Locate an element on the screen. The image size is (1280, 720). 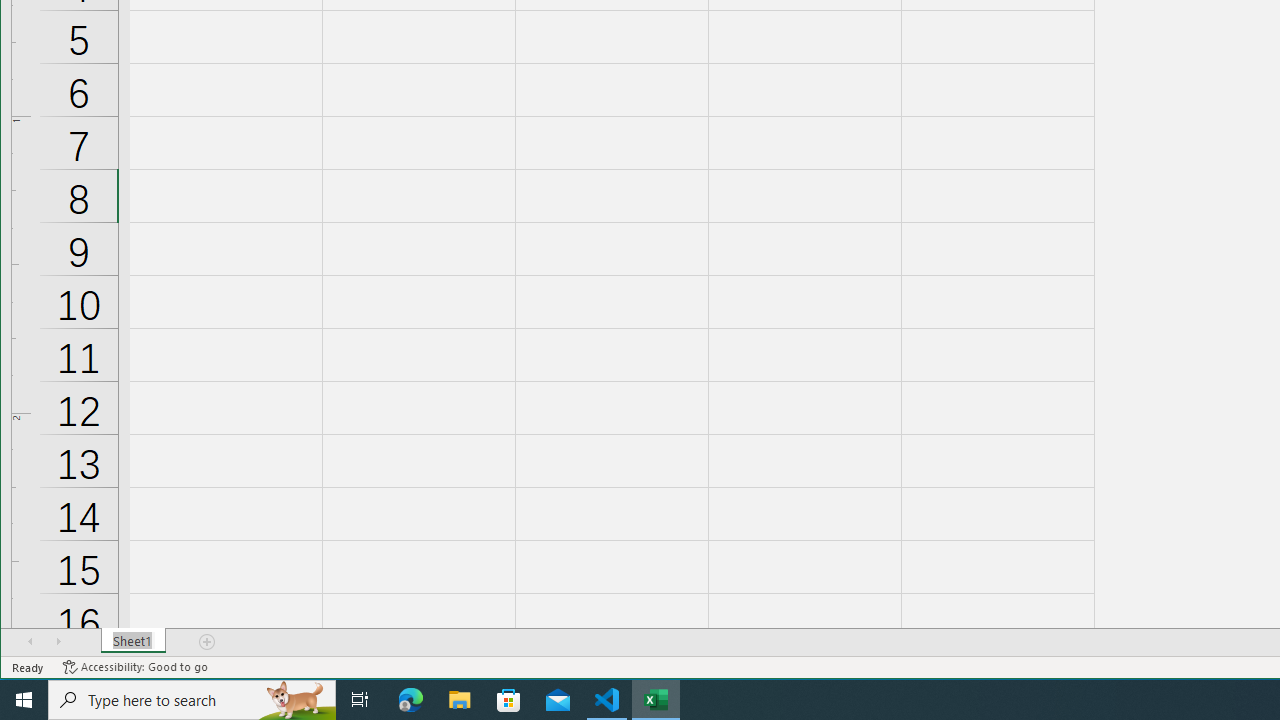
'Start' is located at coordinates (24, 698).